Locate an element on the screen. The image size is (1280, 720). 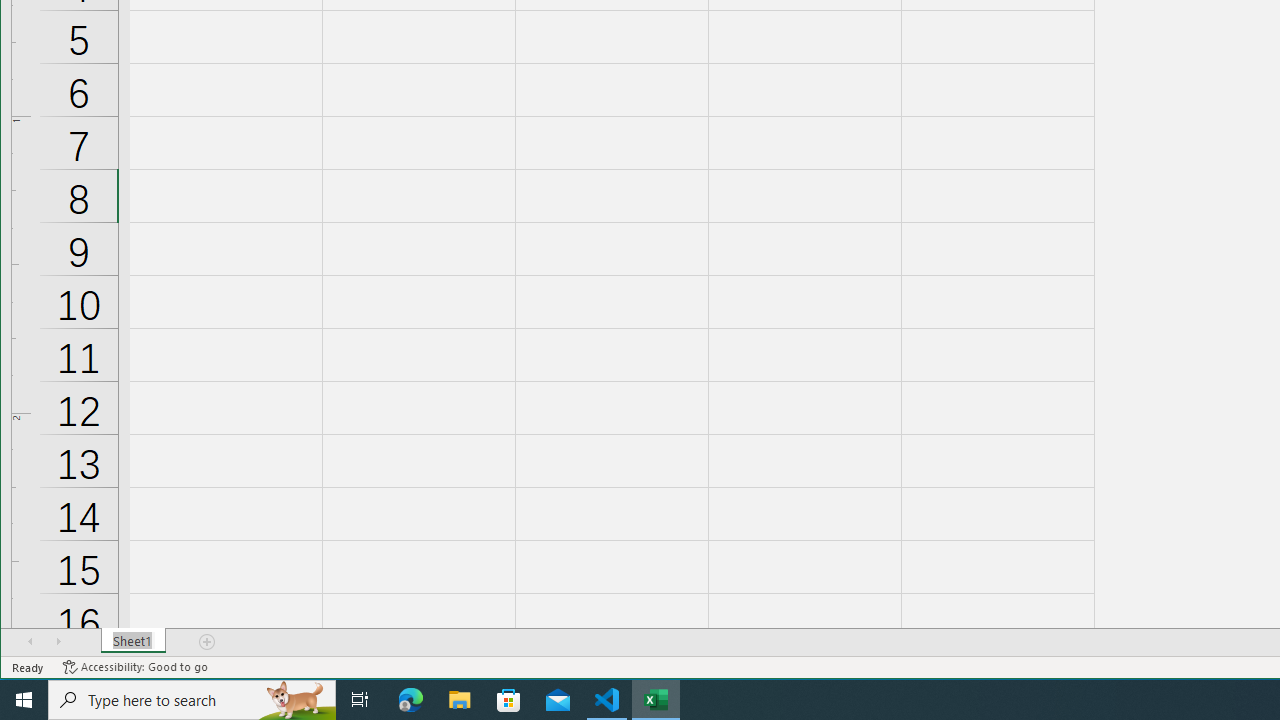
'Start' is located at coordinates (24, 698).